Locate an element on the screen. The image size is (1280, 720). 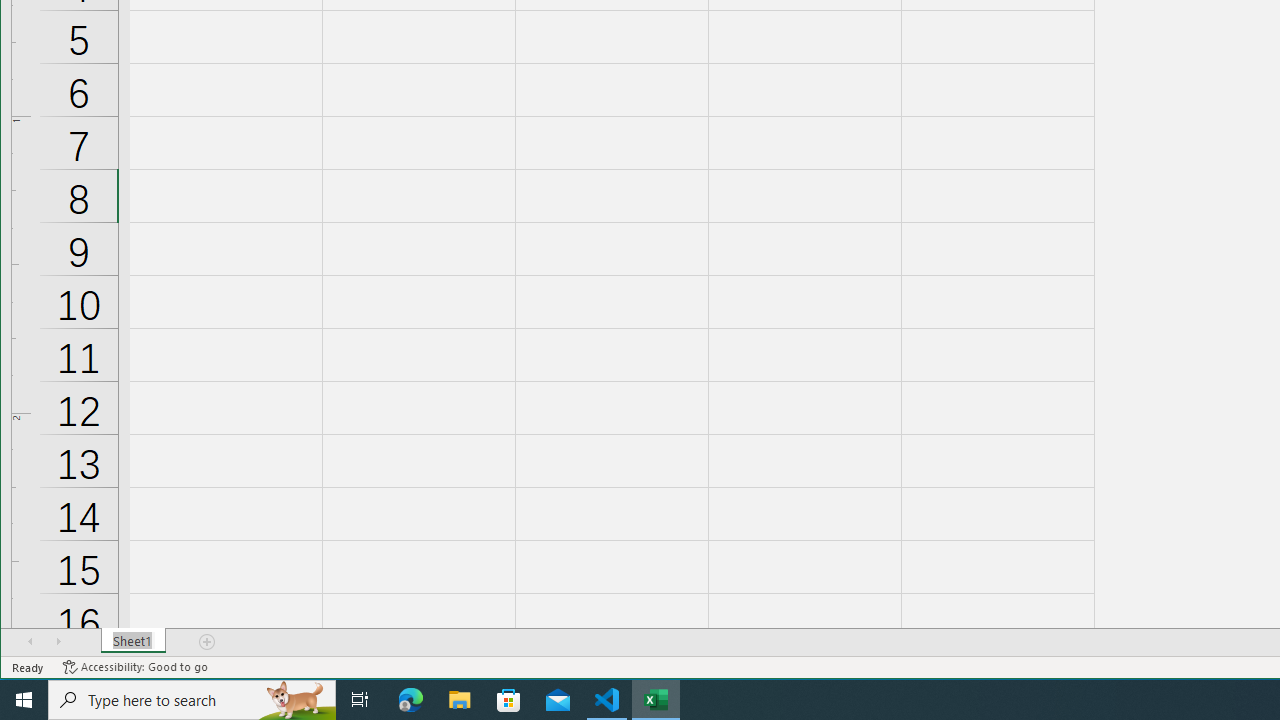
'Start' is located at coordinates (24, 698).